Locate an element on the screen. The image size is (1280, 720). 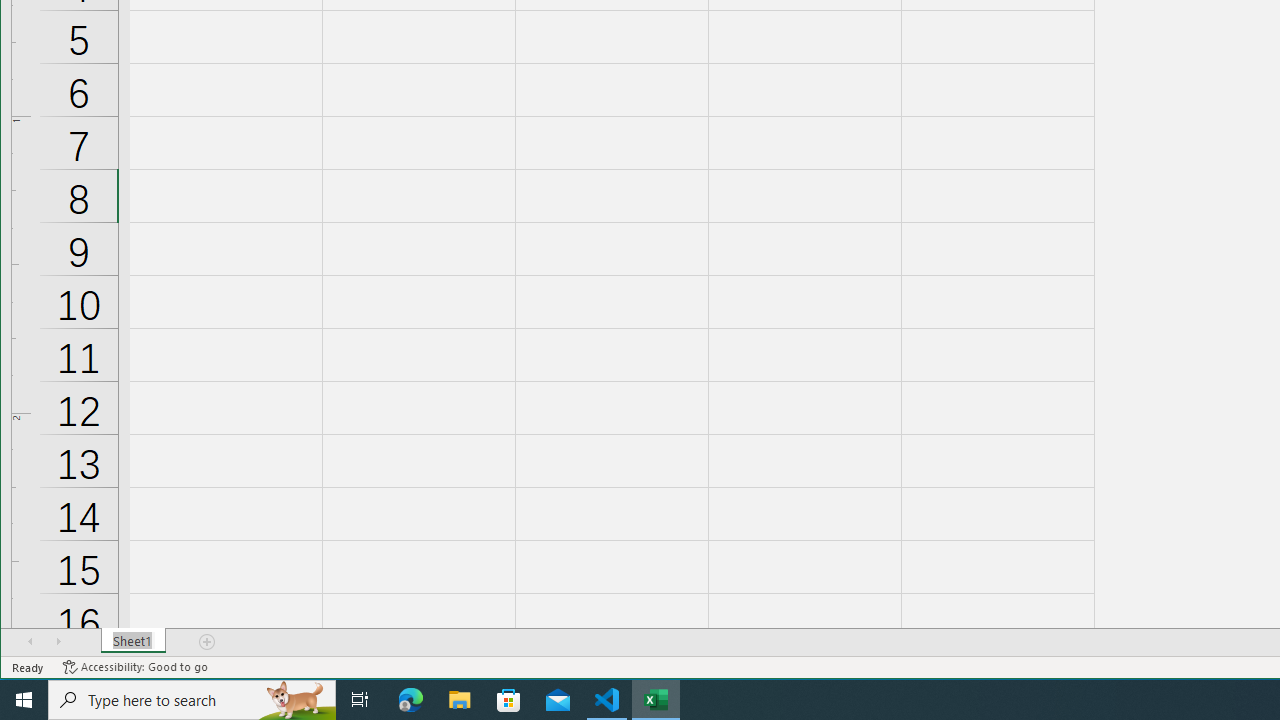
'Start' is located at coordinates (24, 698).